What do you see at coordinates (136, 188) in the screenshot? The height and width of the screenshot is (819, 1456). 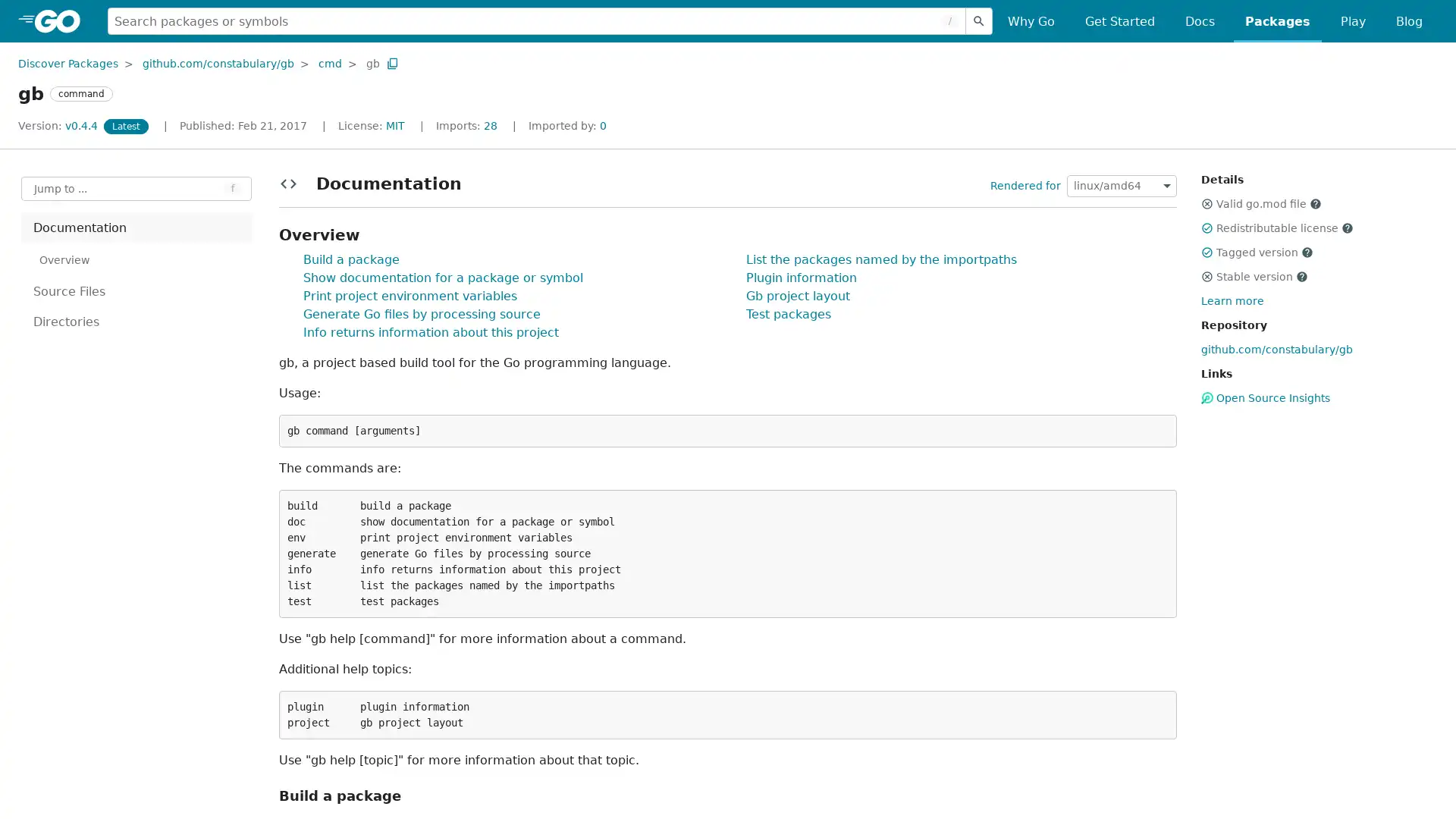 I see `Open Jump to Identifier` at bounding box center [136, 188].